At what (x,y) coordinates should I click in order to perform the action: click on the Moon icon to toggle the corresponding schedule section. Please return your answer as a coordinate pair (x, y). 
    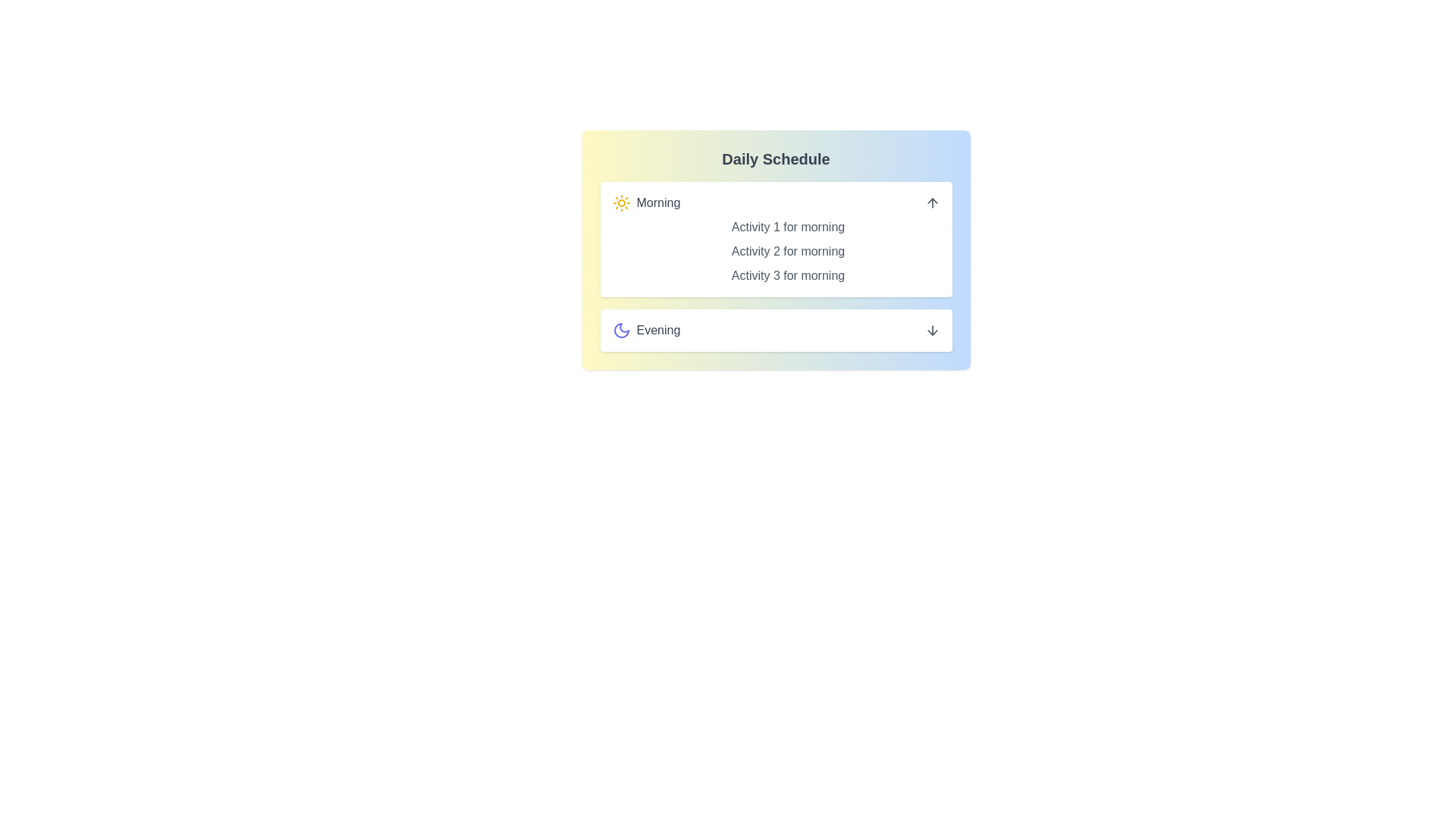
    Looking at the image, I should click on (621, 329).